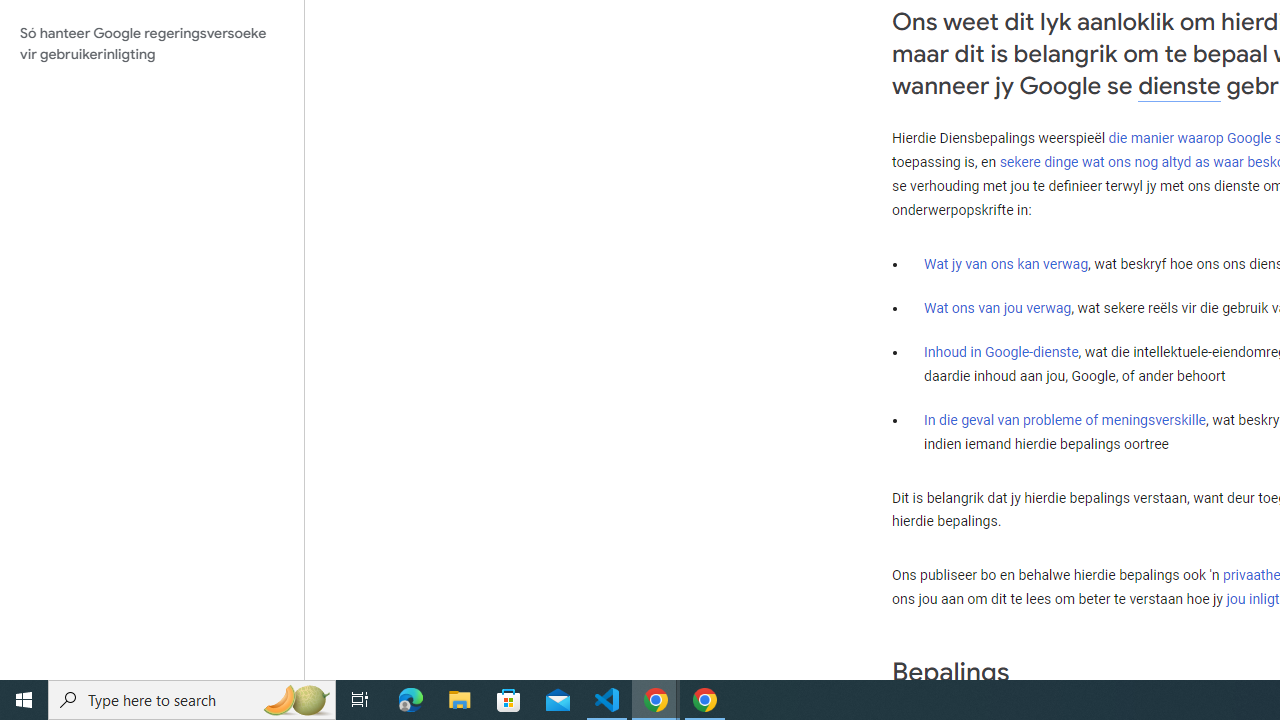 The image size is (1280, 720). I want to click on 'Inhoud in Google-dienste', so click(1001, 350).